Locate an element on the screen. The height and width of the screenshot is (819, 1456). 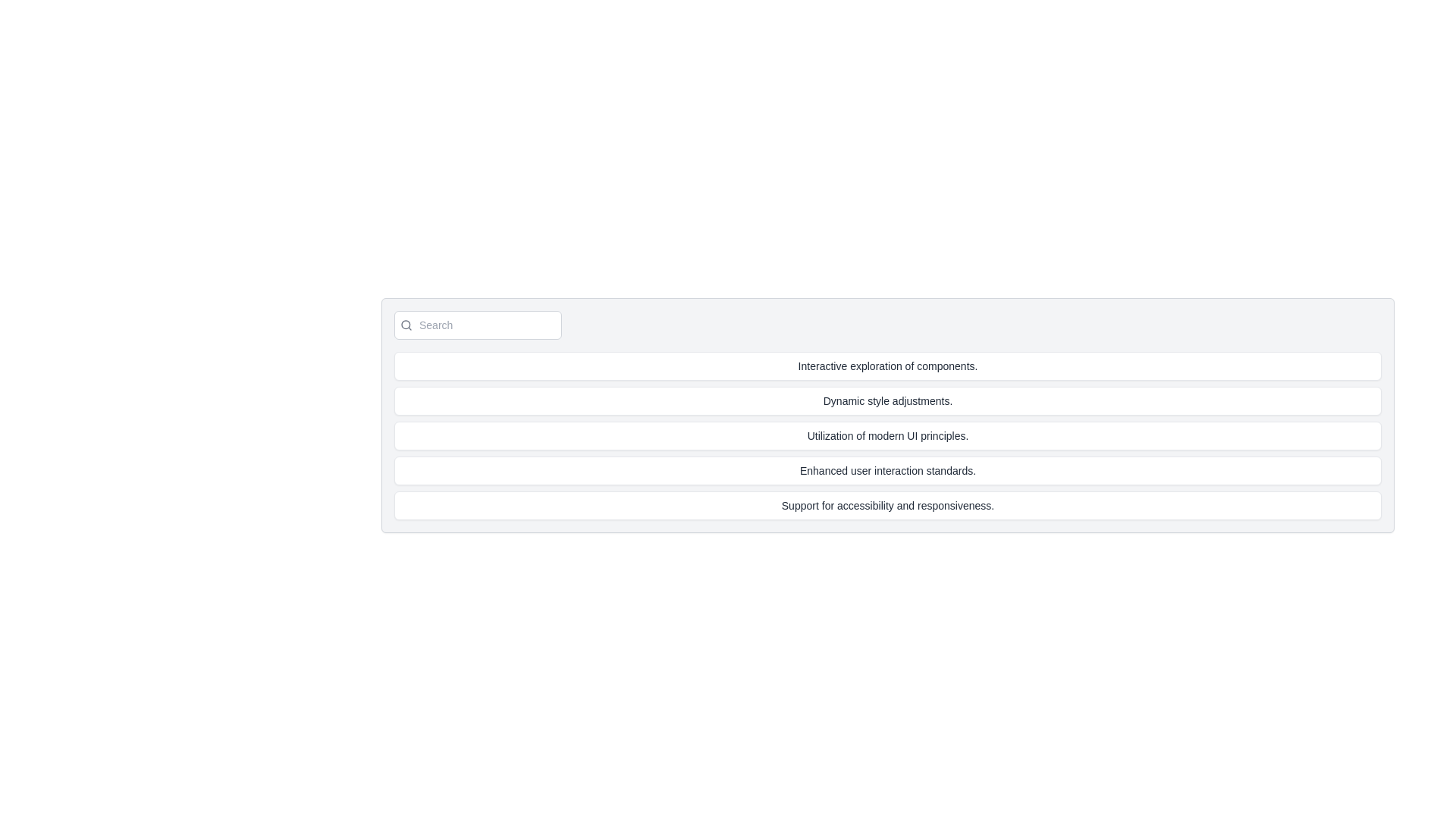
the last character 't' in the word 'standards' within the fourth bullet point labeled 'Enhanced user interaction standards.' is located at coordinates (932, 470).